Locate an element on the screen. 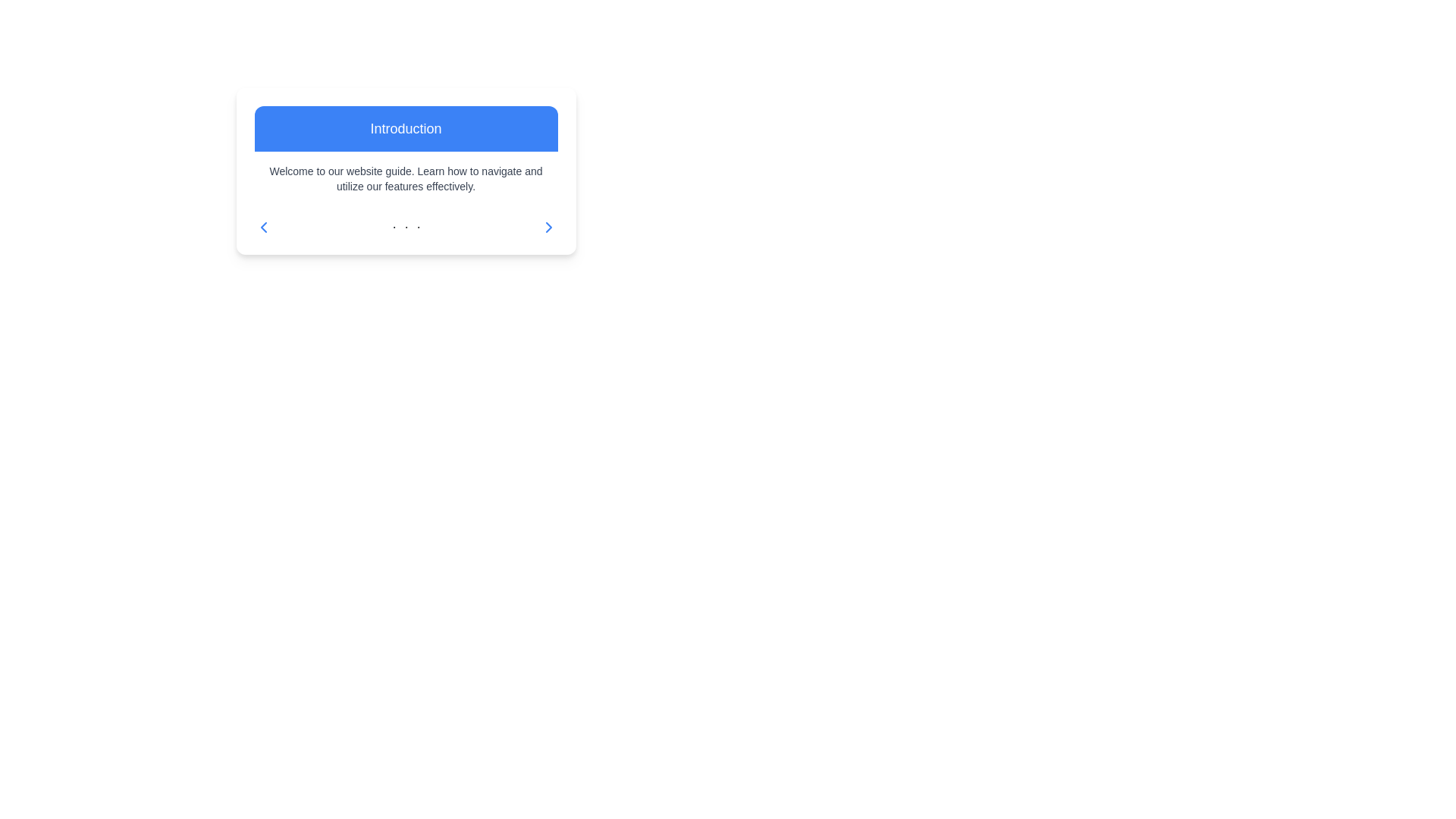 The image size is (1456, 819). the right-pointing chevron arrow icon is located at coordinates (548, 227).